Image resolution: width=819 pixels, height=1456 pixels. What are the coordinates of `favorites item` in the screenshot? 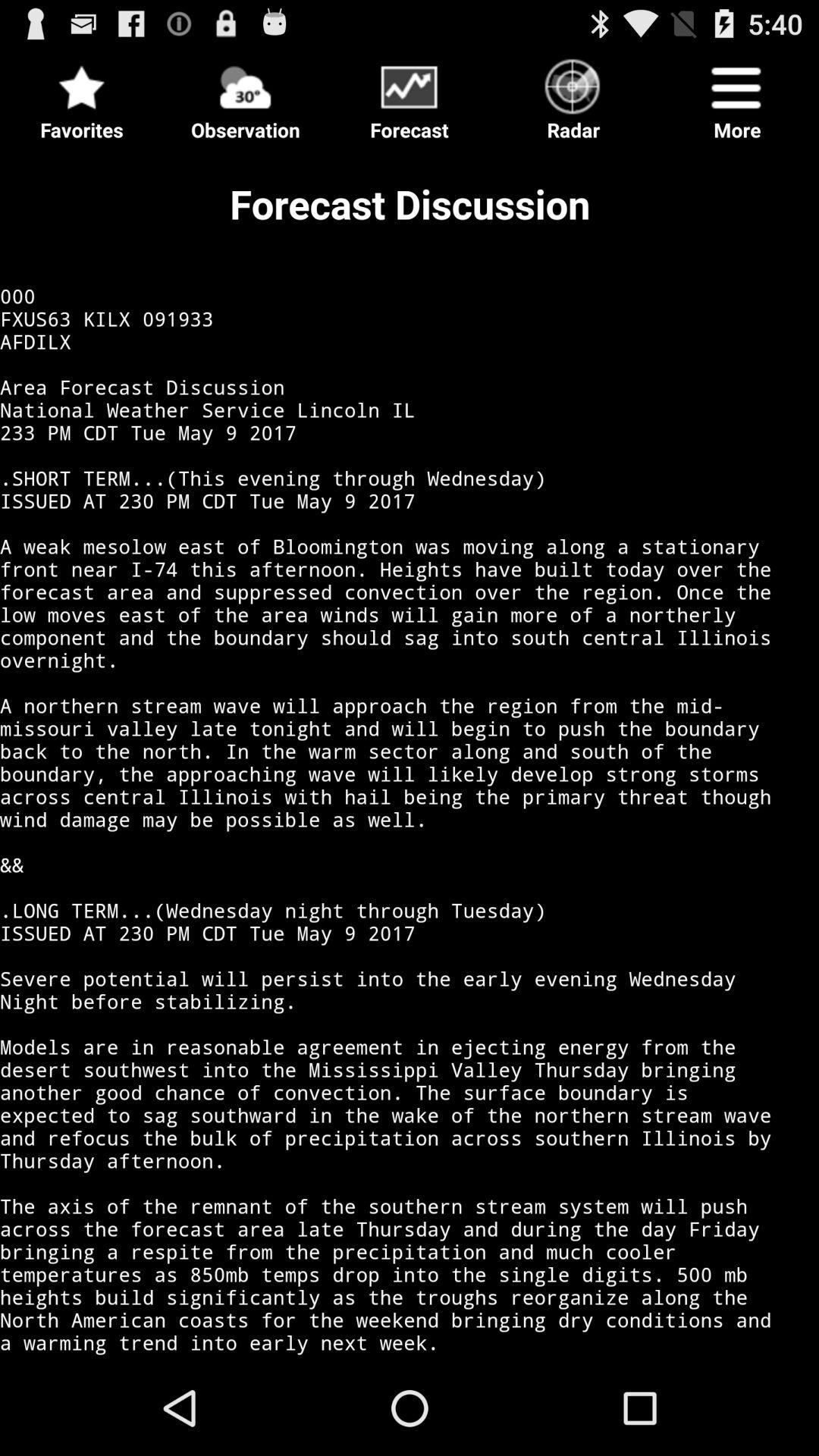 It's located at (82, 94).